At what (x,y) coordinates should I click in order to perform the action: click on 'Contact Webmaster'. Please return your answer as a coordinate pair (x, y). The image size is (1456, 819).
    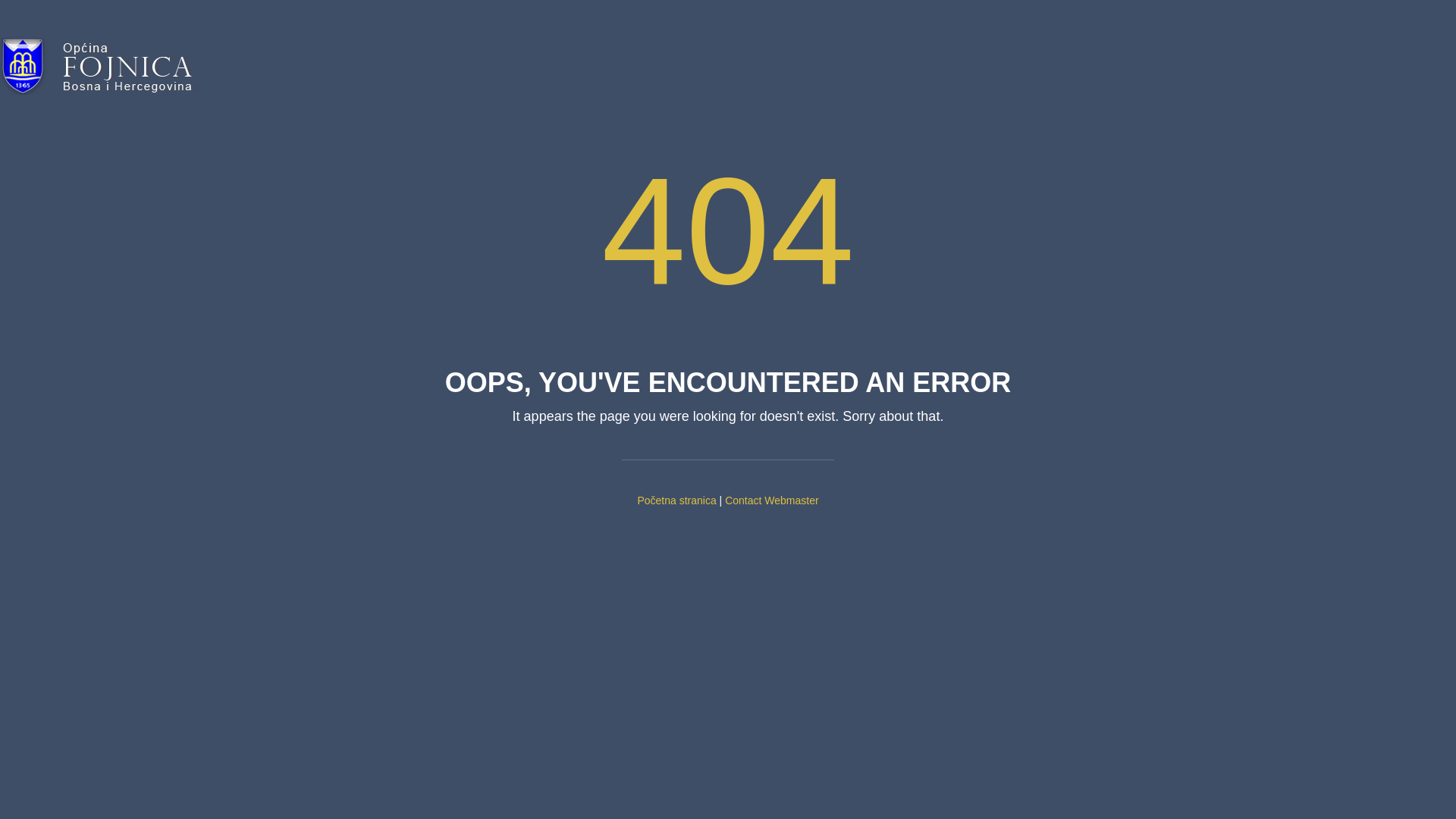
    Looking at the image, I should click on (771, 500).